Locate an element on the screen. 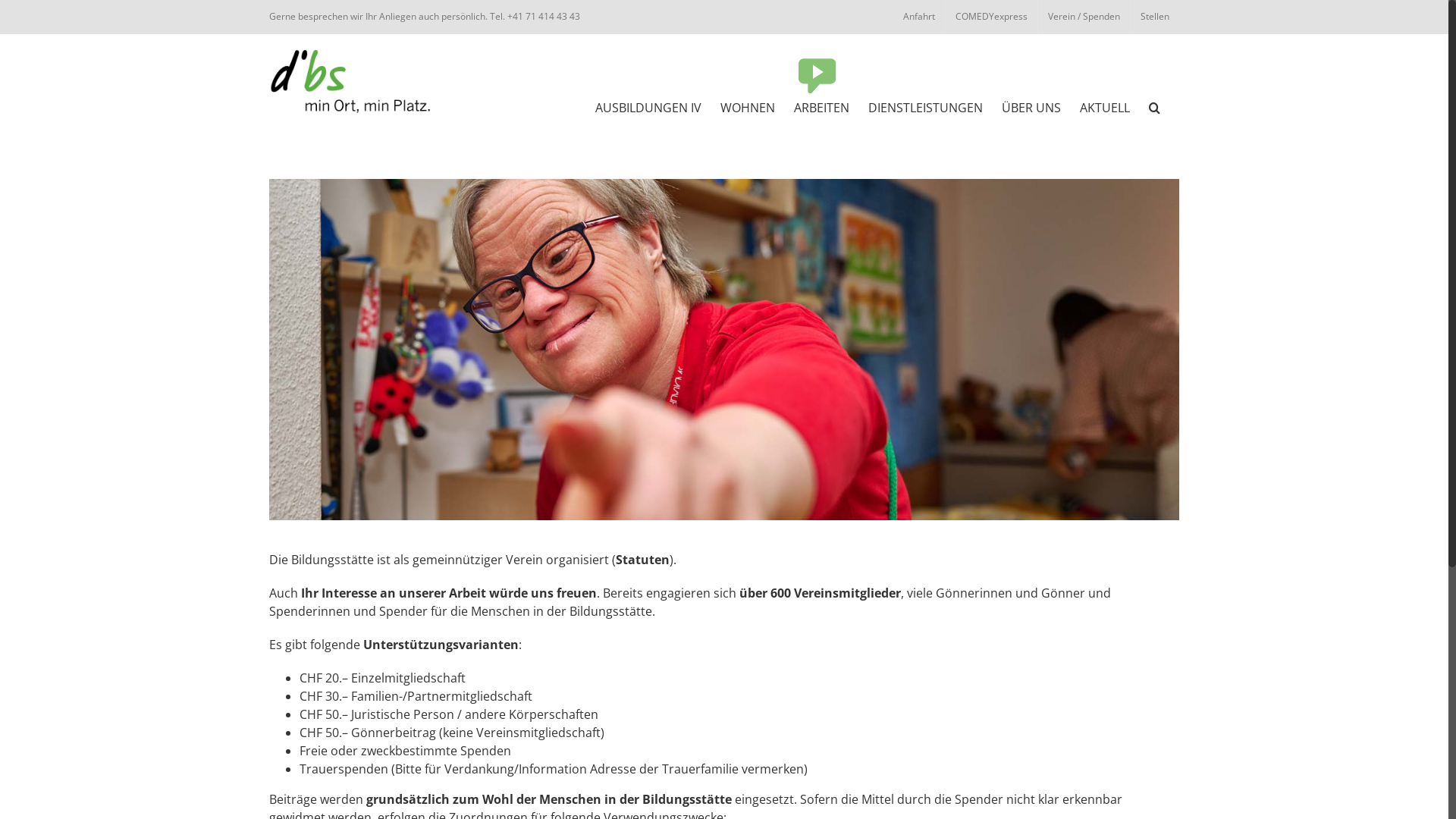 The image size is (1456, 819). 'Verein / Spenden' is located at coordinates (1083, 17).